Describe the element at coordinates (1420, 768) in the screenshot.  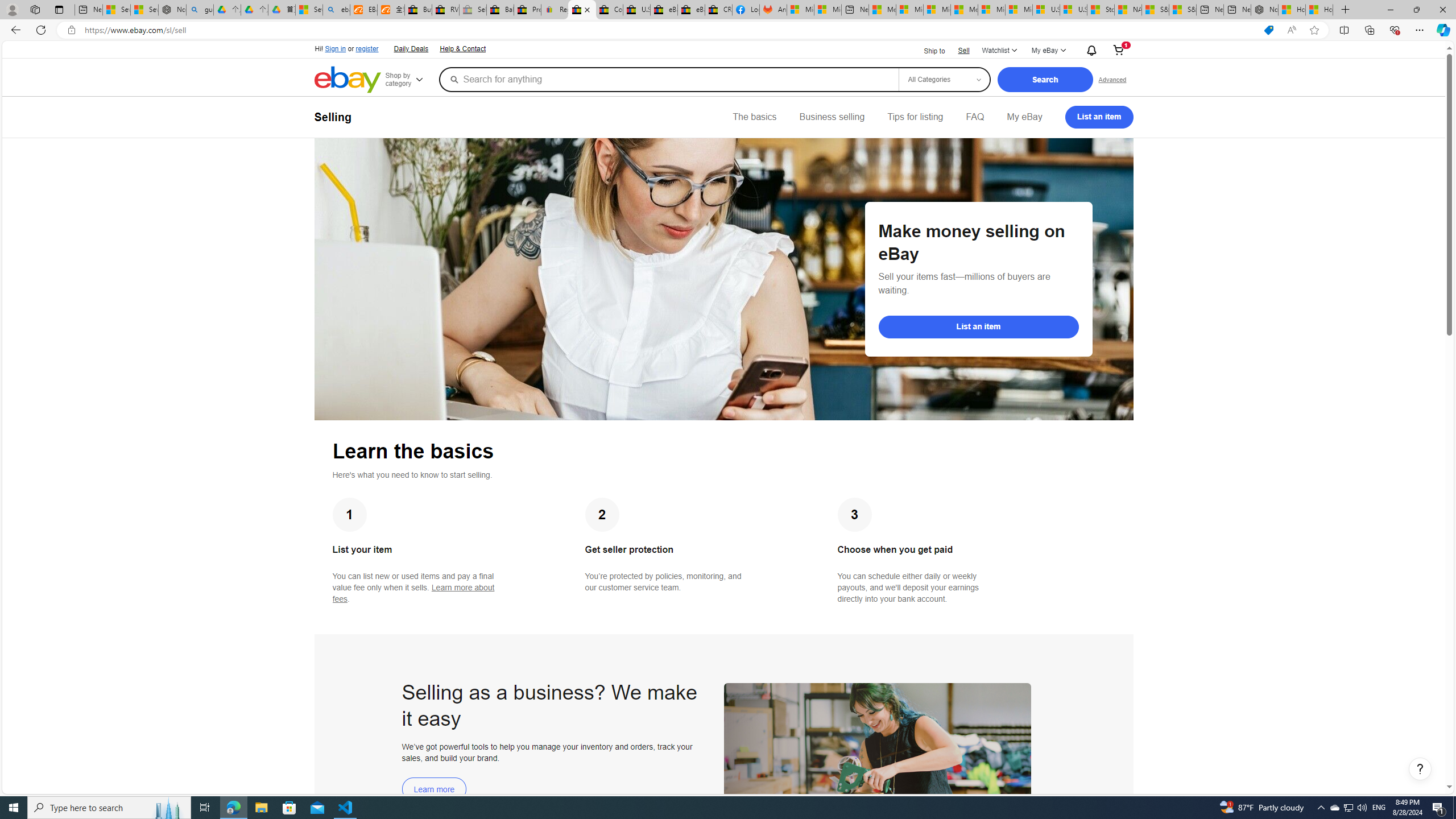
I see `'Help, opens dialogs'` at that location.